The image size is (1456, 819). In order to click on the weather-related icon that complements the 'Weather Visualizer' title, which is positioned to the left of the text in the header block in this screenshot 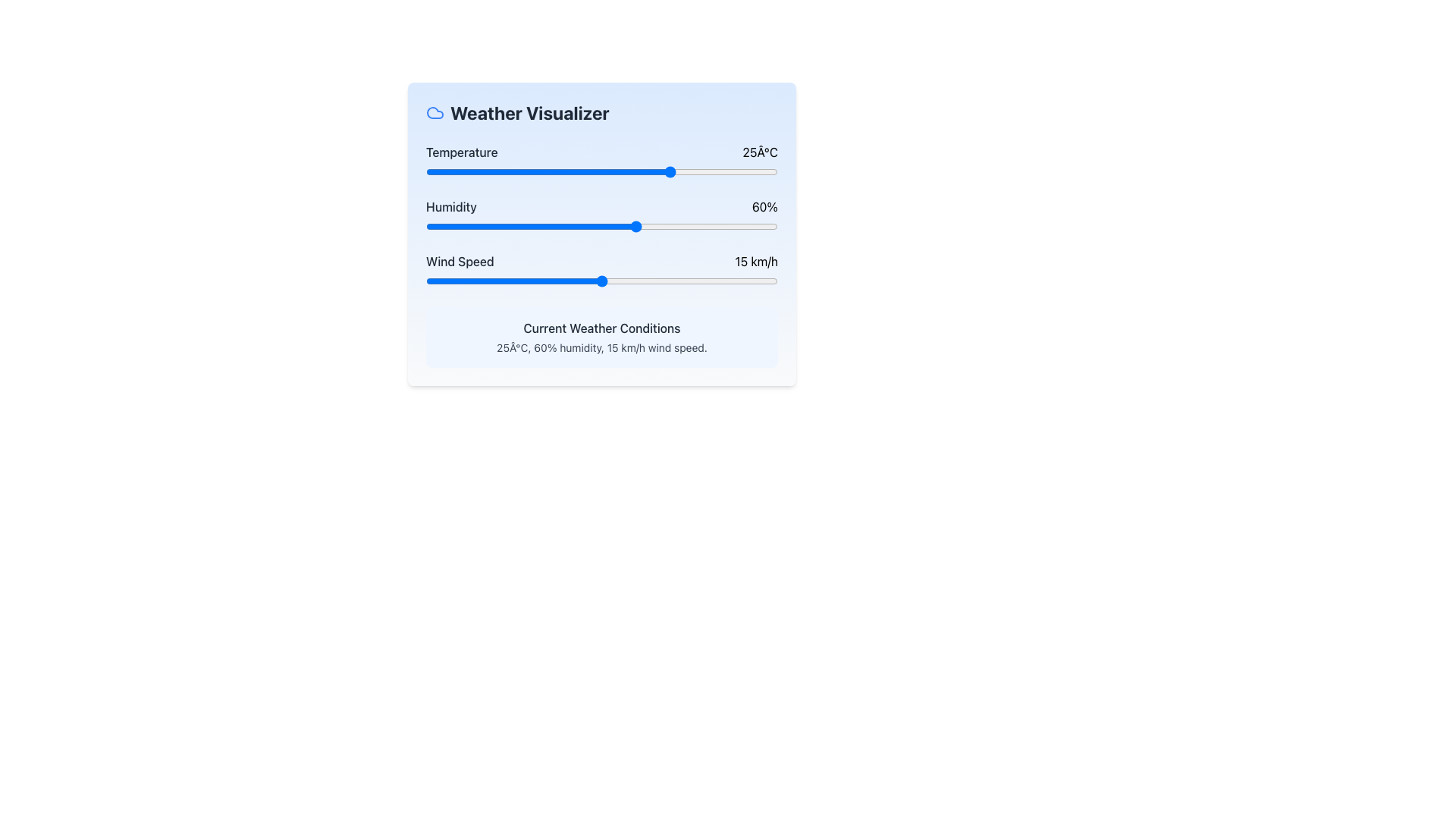, I will do `click(435, 112)`.